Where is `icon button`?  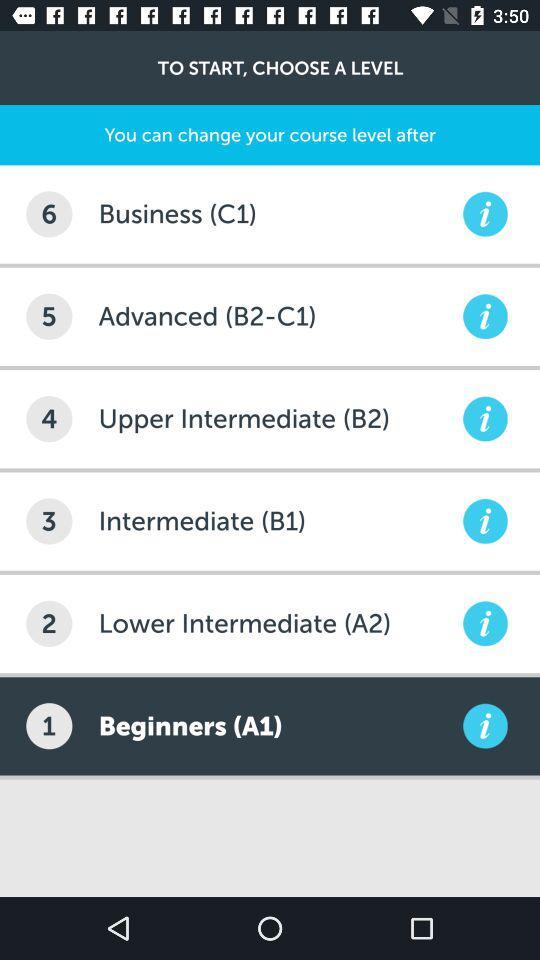
icon button is located at coordinates (484, 316).